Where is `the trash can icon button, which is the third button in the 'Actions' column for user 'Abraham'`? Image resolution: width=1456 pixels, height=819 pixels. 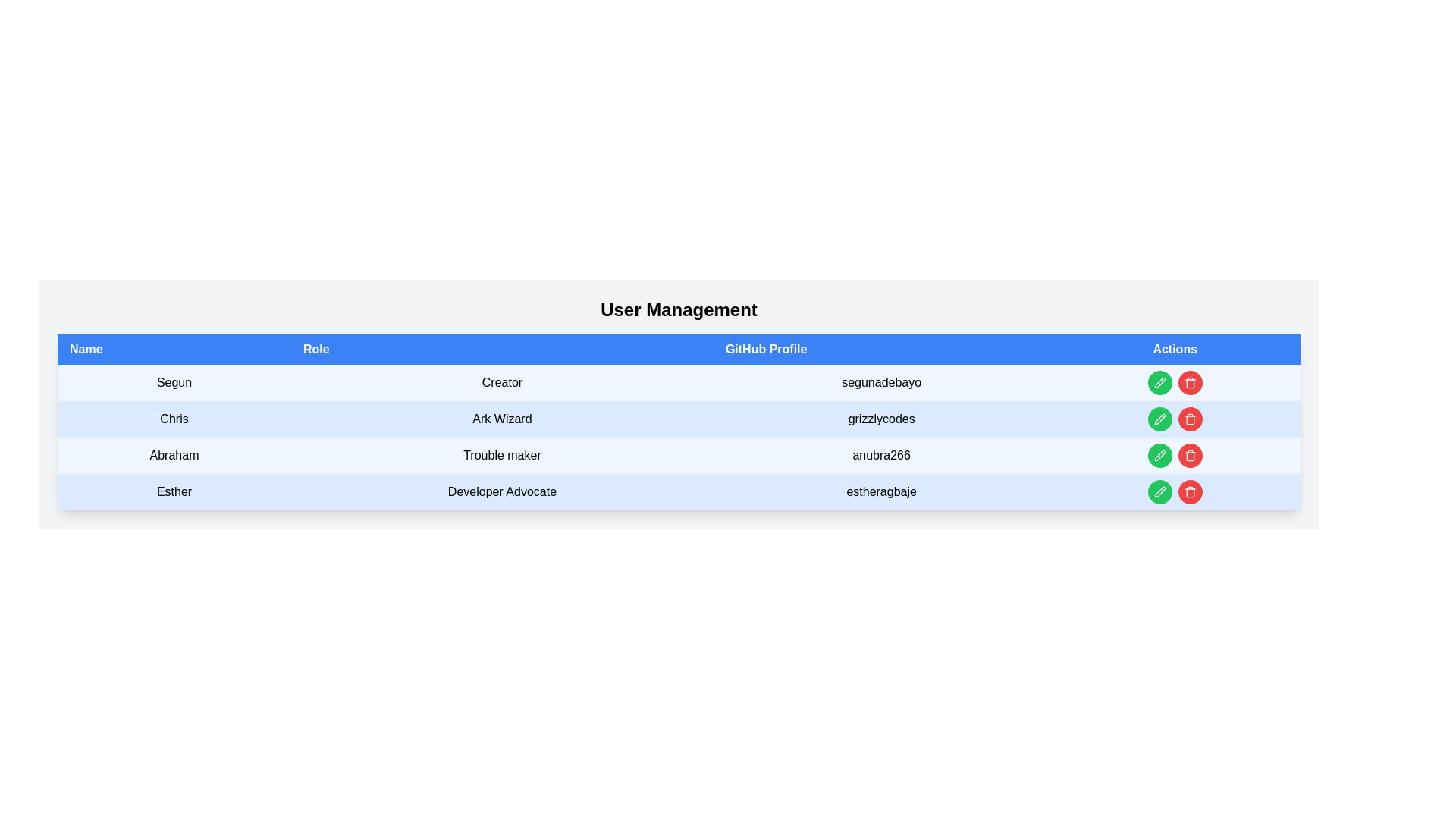
the trash can icon button, which is the third button in the 'Actions' column for user 'Abraham' is located at coordinates (1189, 455).